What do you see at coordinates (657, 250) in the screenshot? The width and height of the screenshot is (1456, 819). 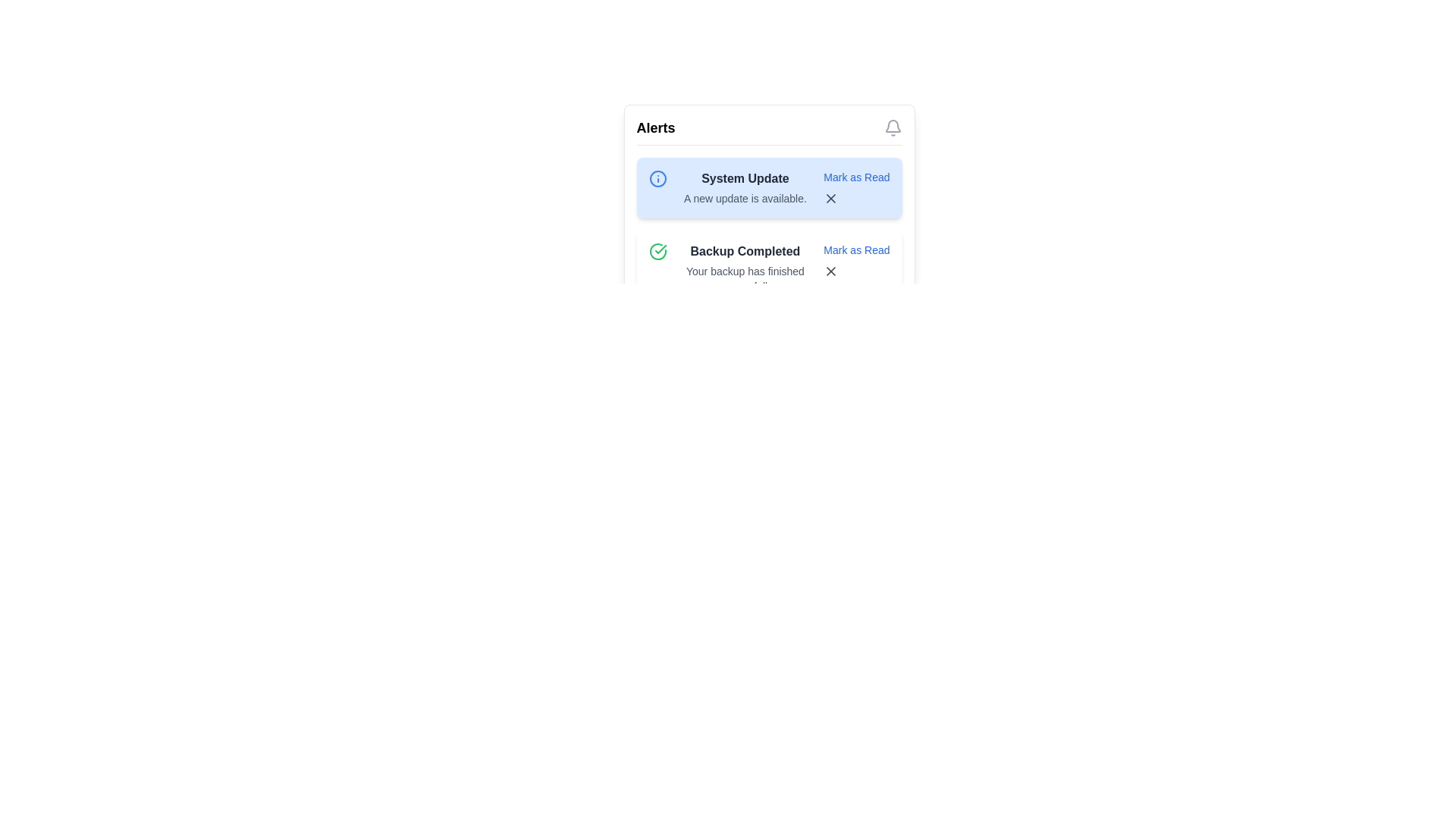 I see `the success icon indicating 'Backup Completed' in the notification list, which is positioned near the left margin of the alert` at bounding box center [657, 250].